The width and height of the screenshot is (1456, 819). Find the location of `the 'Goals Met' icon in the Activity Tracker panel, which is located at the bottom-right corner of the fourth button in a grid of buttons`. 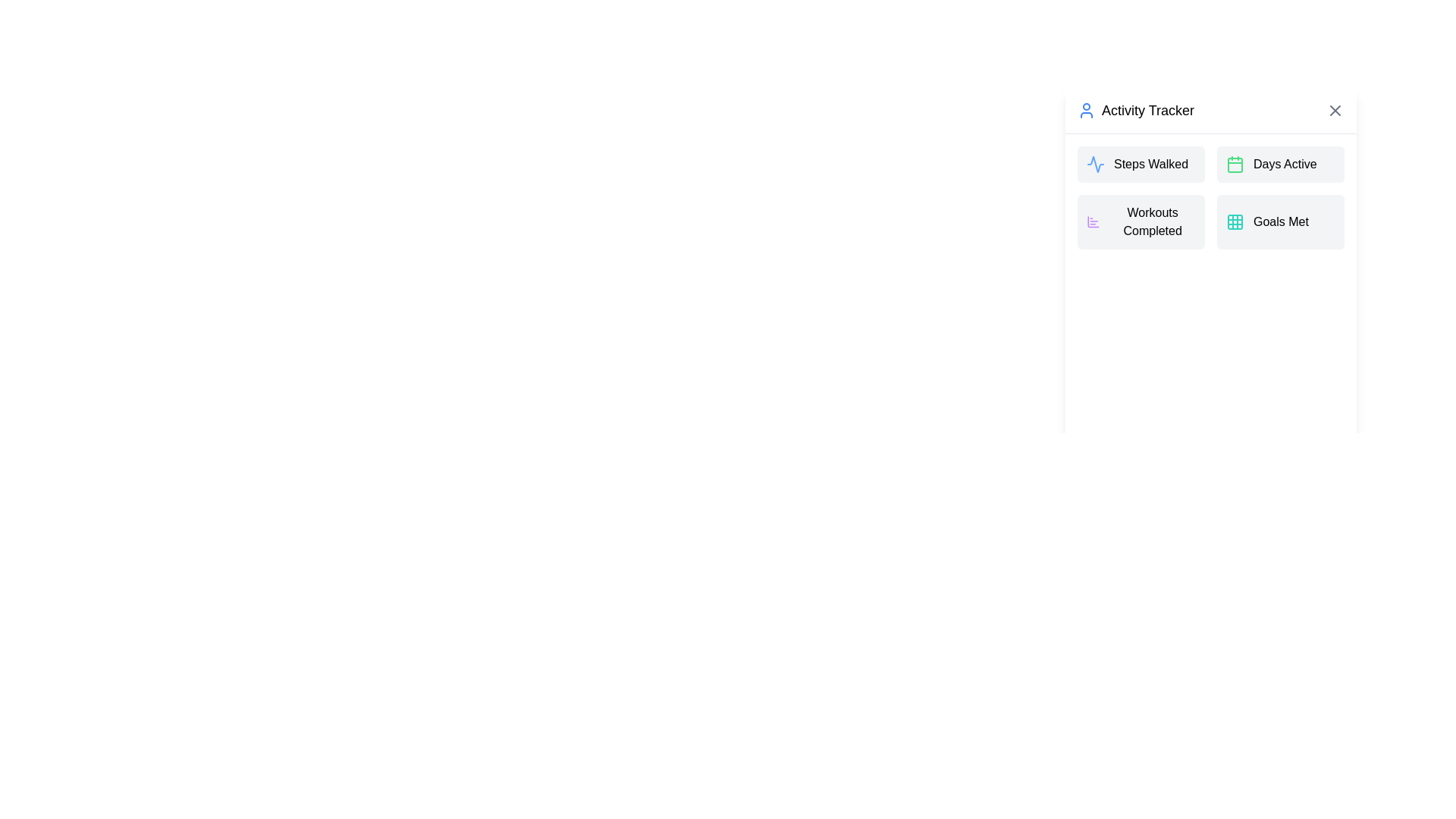

the 'Goals Met' icon in the Activity Tracker panel, which is located at the bottom-right corner of the fourth button in a grid of buttons is located at coordinates (1235, 222).